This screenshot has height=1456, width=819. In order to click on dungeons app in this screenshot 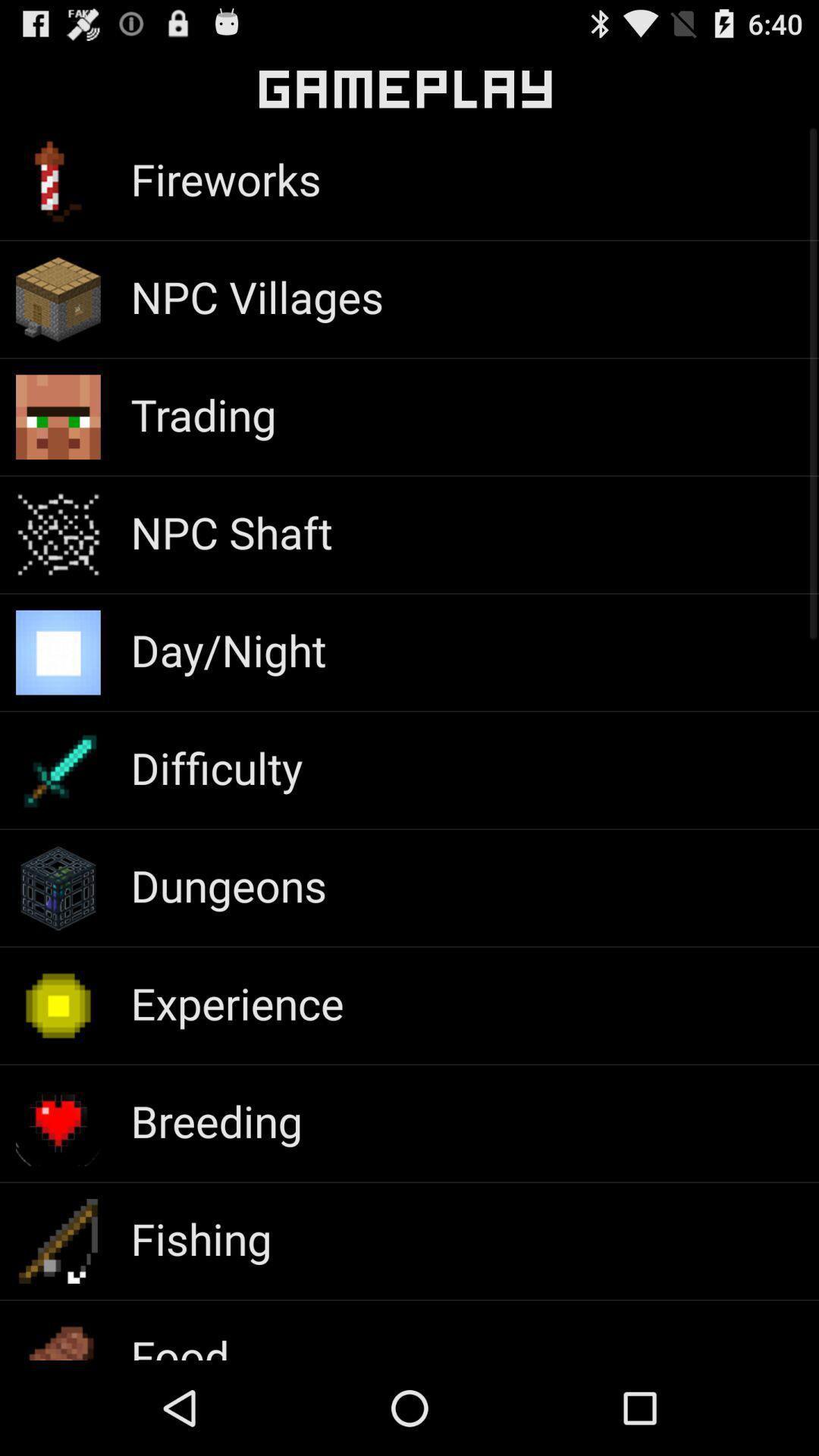, I will do `click(228, 885)`.